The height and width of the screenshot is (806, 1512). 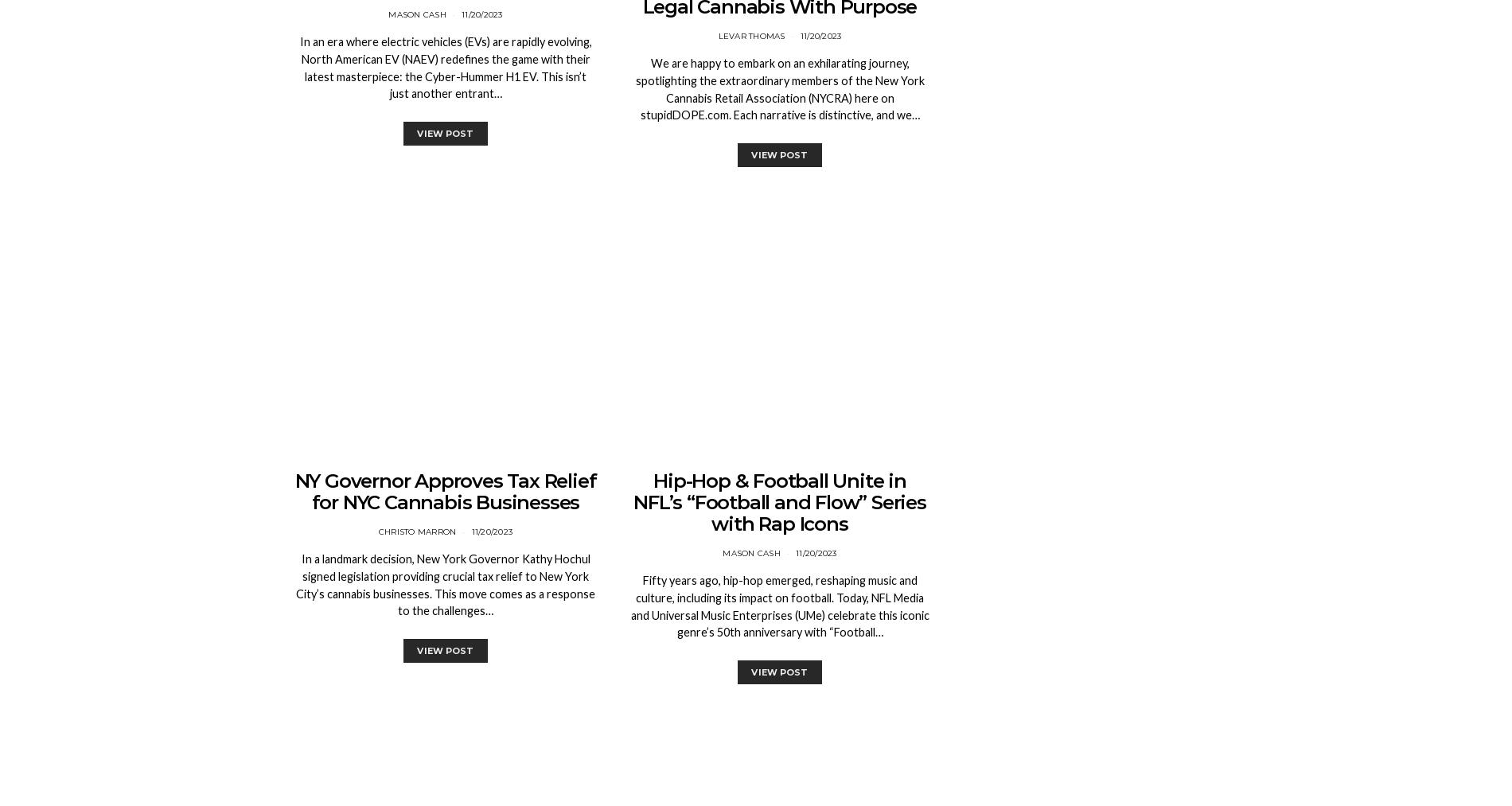 I want to click on 'NY Governor Approves Tax Relief for NYC Cannabis Businesses', so click(x=445, y=491).